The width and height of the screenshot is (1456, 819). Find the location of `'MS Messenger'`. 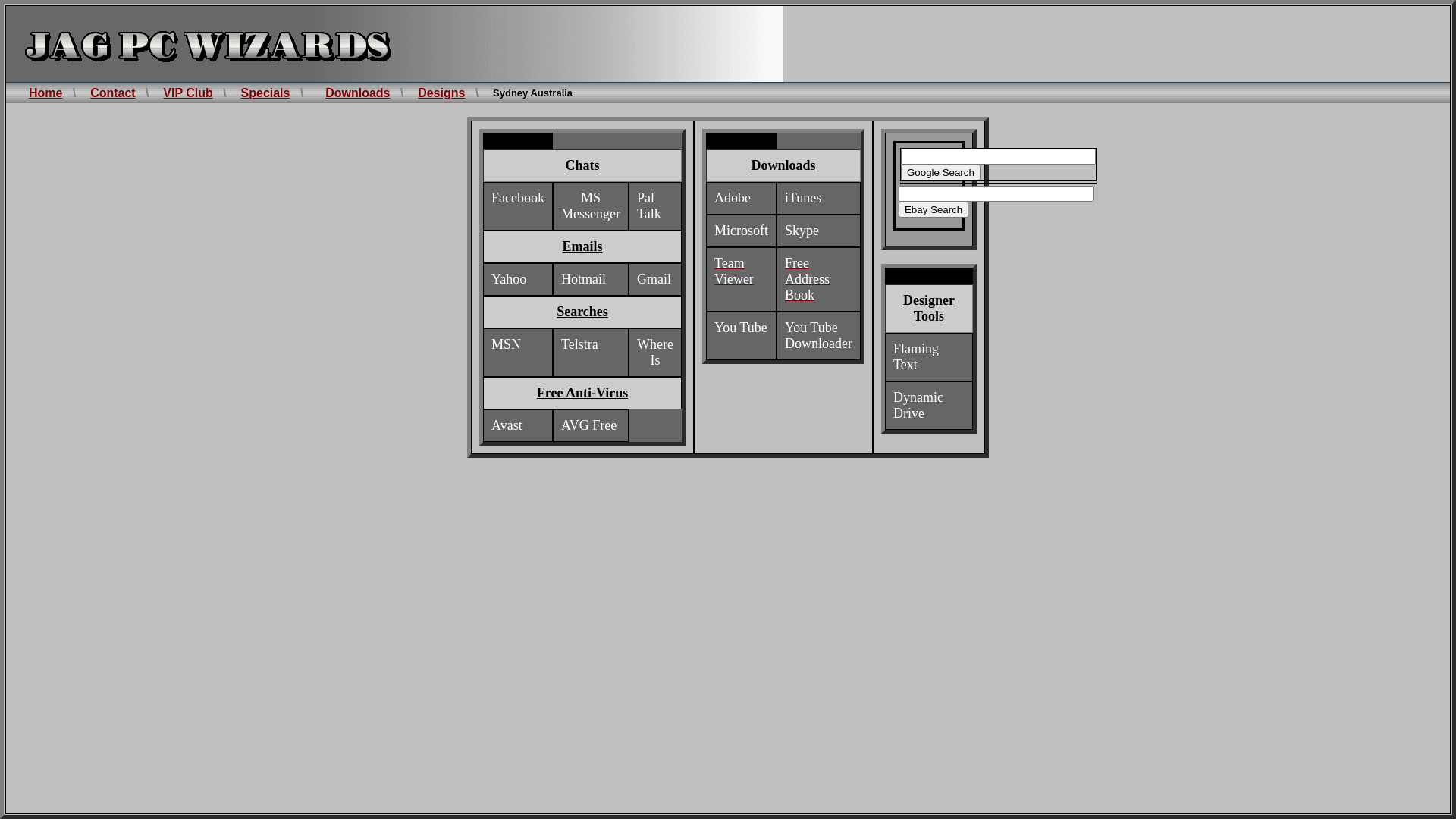

'MS Messenger' is located at coordinates (589, 206).